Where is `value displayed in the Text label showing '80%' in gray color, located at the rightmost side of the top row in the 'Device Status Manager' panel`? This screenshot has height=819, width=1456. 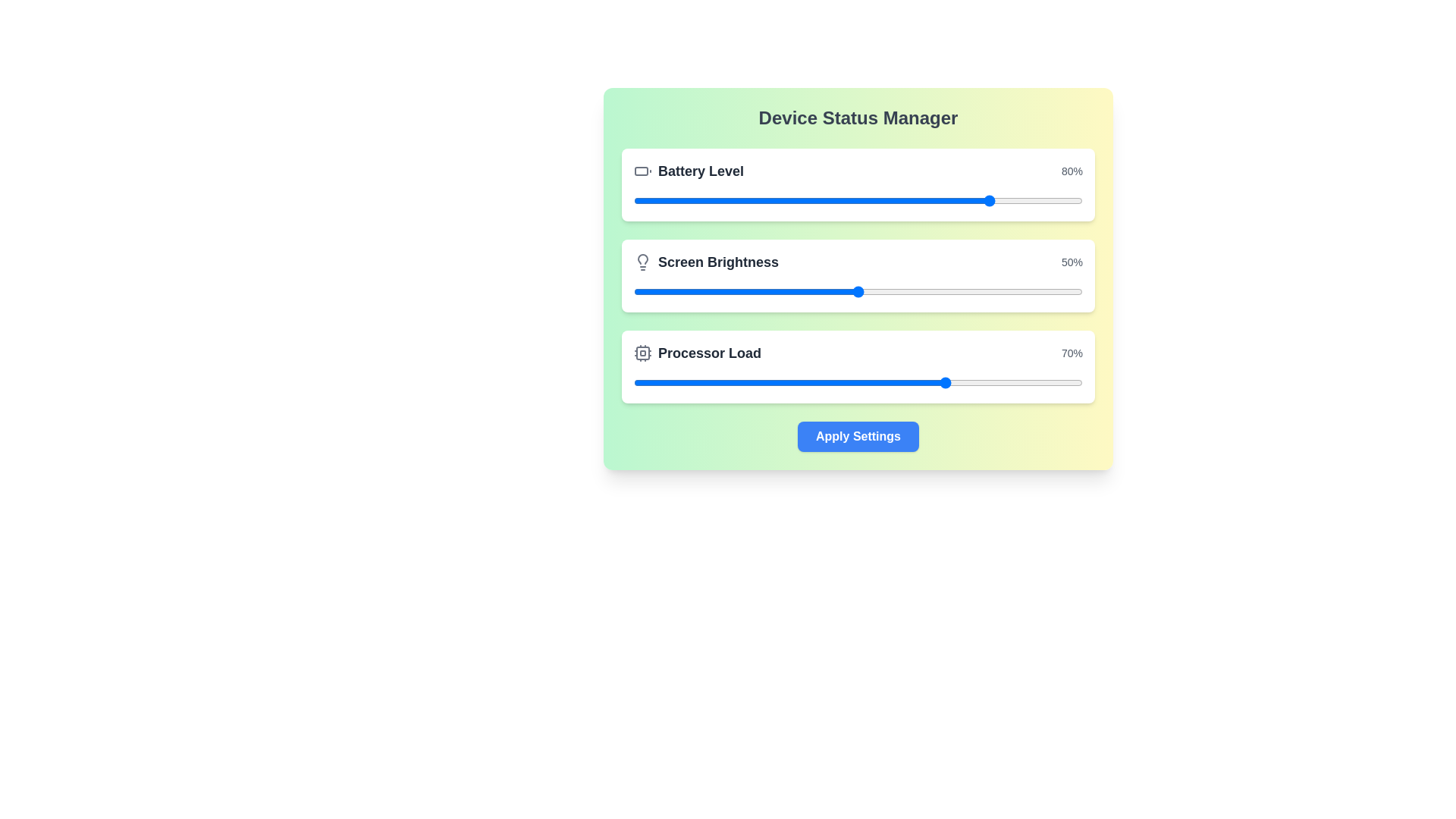 value displayed in the Text label showing '80%' in gray color, located at the rightmost side of the top row in the 'Device Status Manager' panel is located at coordinates (1071, 171).